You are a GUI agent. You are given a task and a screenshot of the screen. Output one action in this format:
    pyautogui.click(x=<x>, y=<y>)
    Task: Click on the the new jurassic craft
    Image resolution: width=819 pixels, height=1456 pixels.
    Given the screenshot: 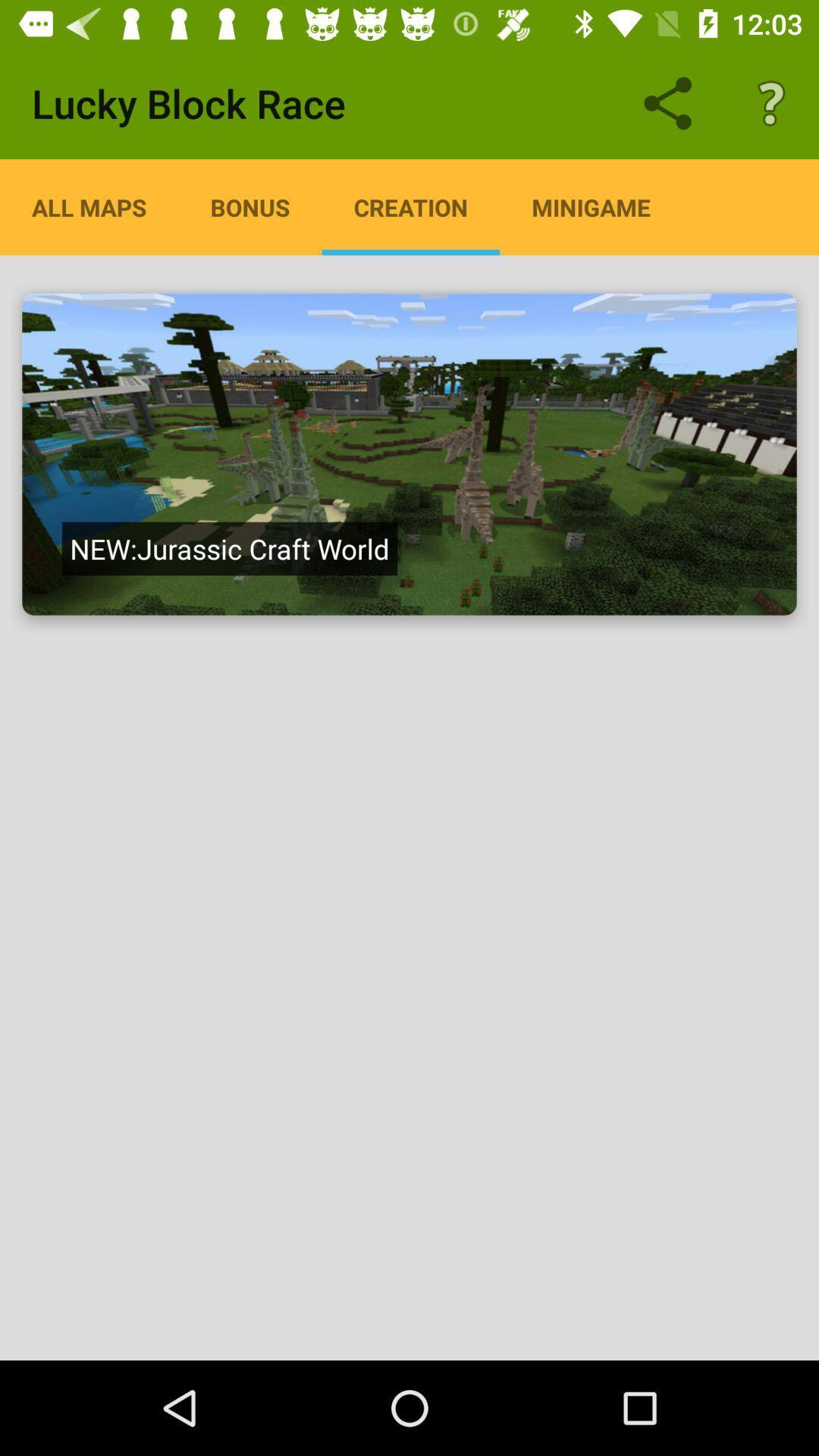 What is the action you would take?
    pyautogui.click(x=230, y=548)
    